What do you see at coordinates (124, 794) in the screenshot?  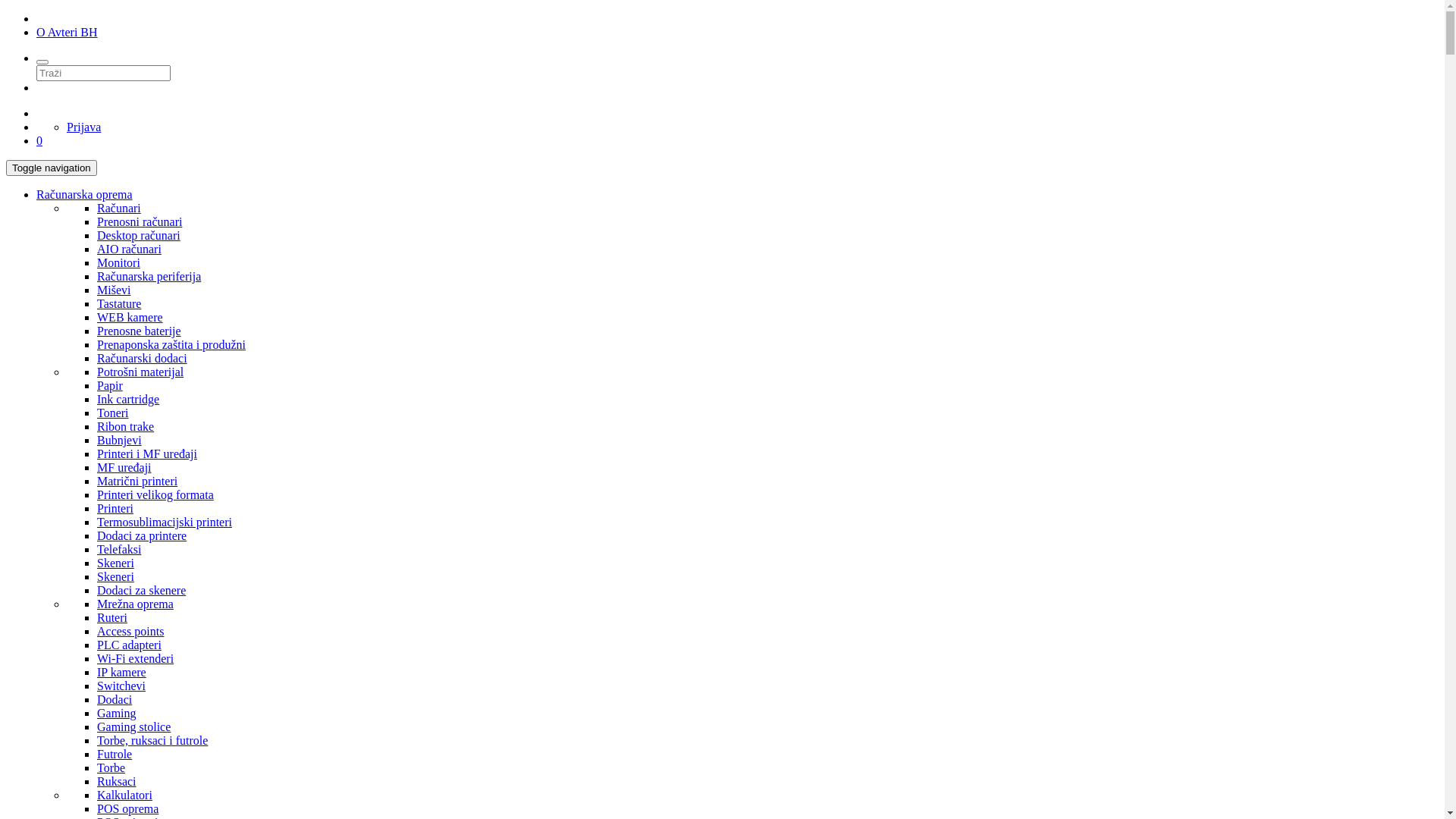 I see `'Kalkulatori'` at bounding box center [124, 794].